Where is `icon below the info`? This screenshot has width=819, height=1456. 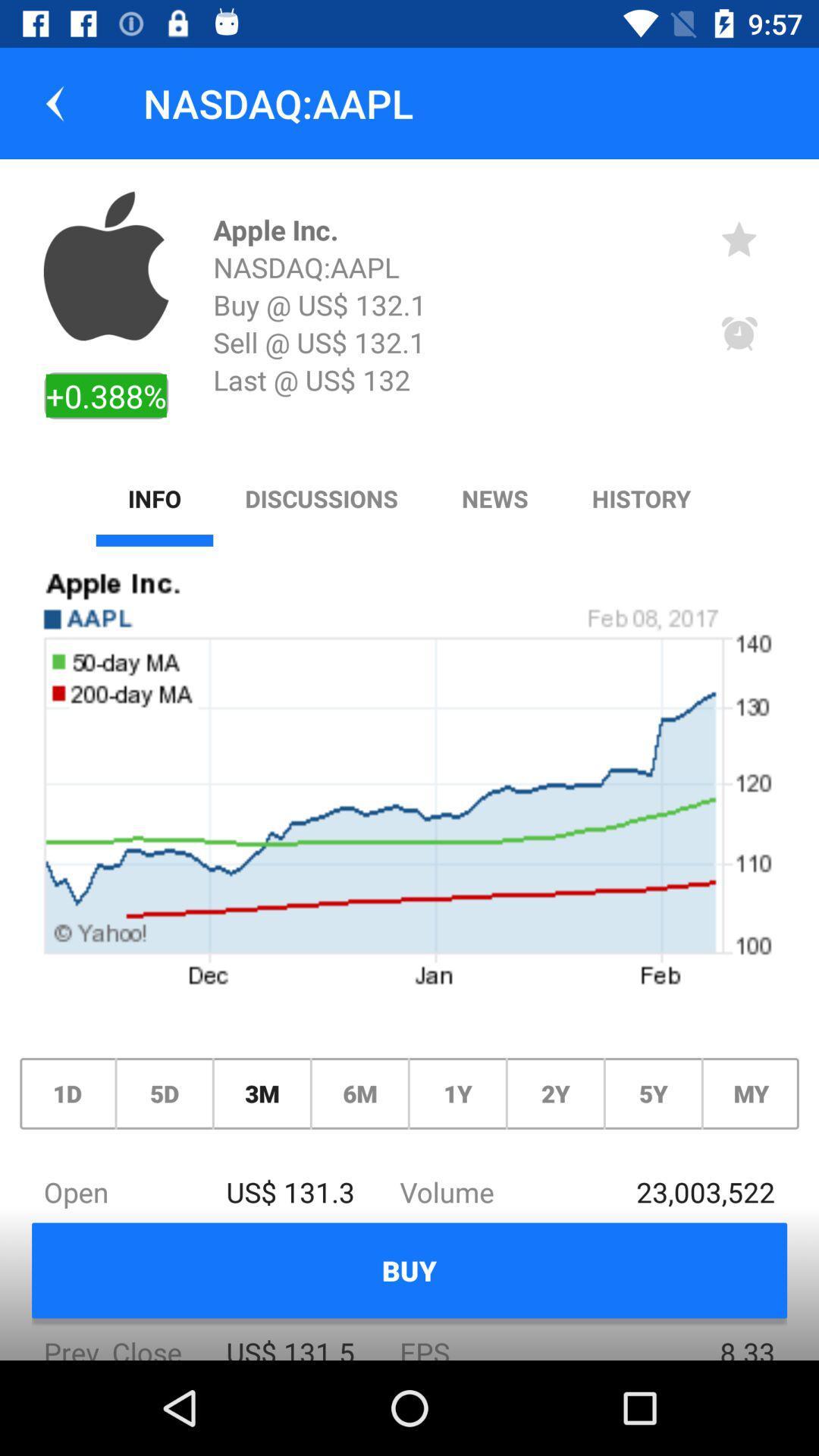 icon below the info is located at coordinates (409, 786).